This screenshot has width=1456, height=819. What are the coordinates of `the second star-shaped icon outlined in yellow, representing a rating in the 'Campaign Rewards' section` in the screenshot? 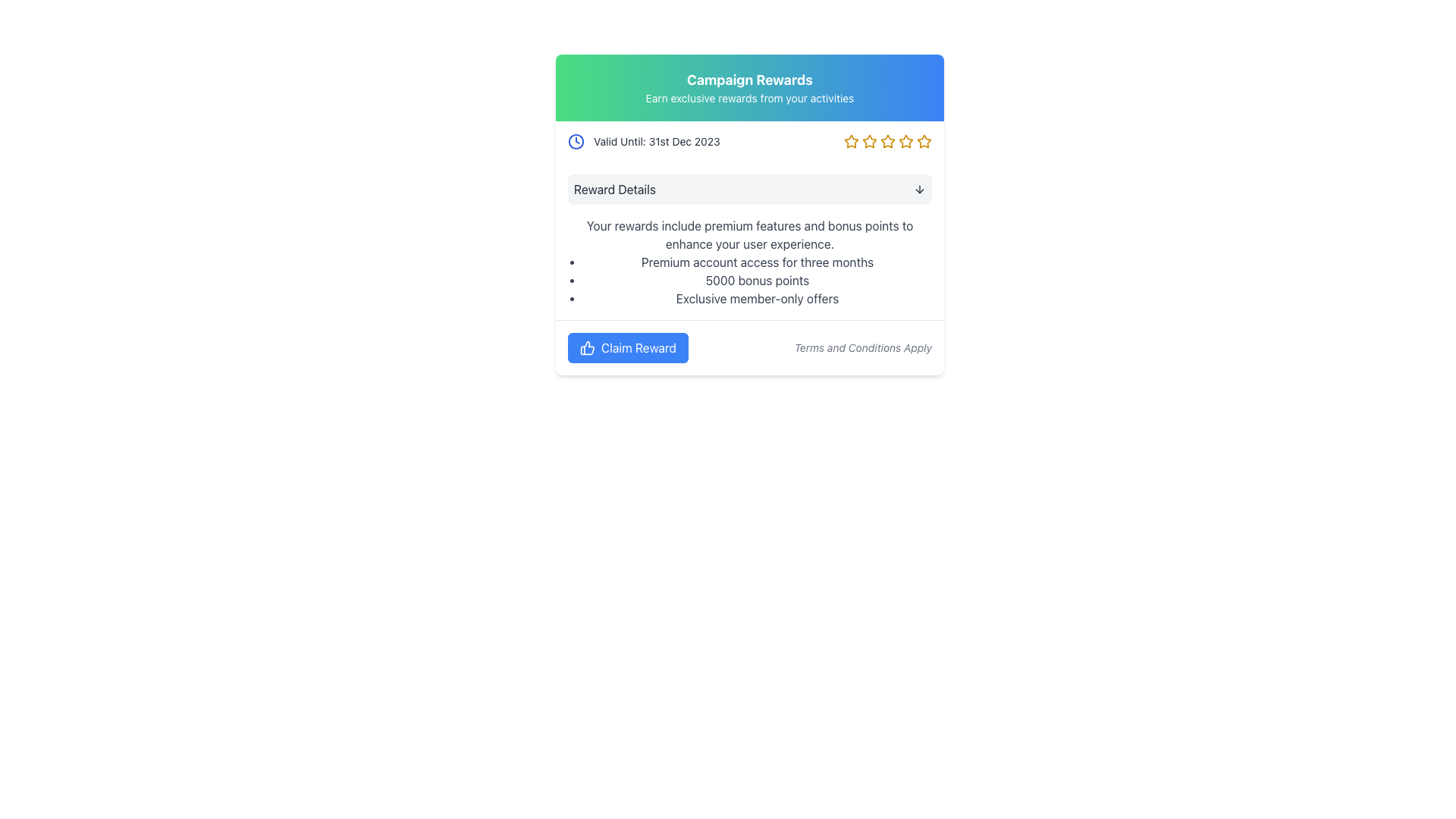 It's located at (870, 141).